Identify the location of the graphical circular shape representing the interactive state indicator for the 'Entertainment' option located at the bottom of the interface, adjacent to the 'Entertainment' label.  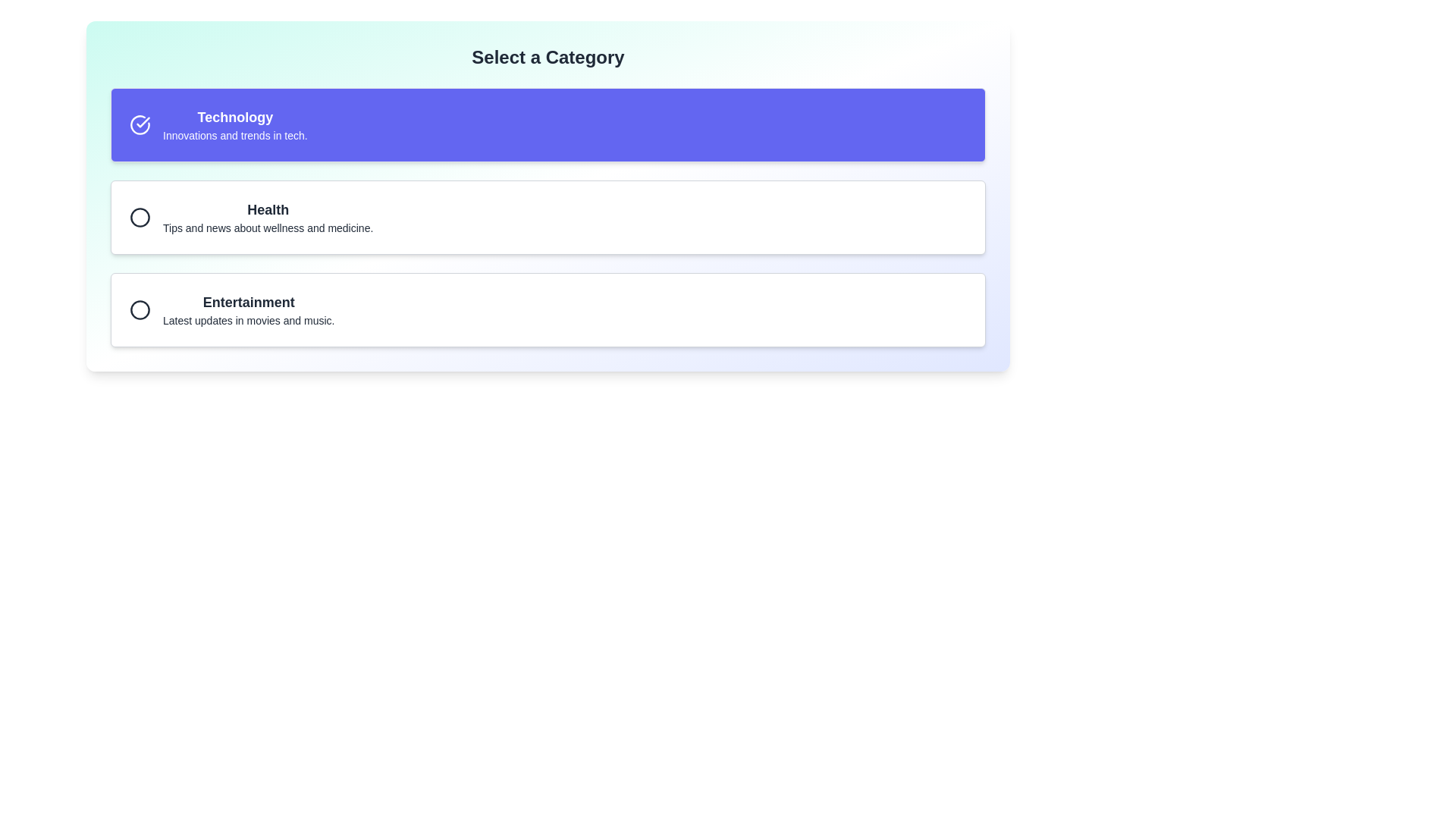
(140, 309).